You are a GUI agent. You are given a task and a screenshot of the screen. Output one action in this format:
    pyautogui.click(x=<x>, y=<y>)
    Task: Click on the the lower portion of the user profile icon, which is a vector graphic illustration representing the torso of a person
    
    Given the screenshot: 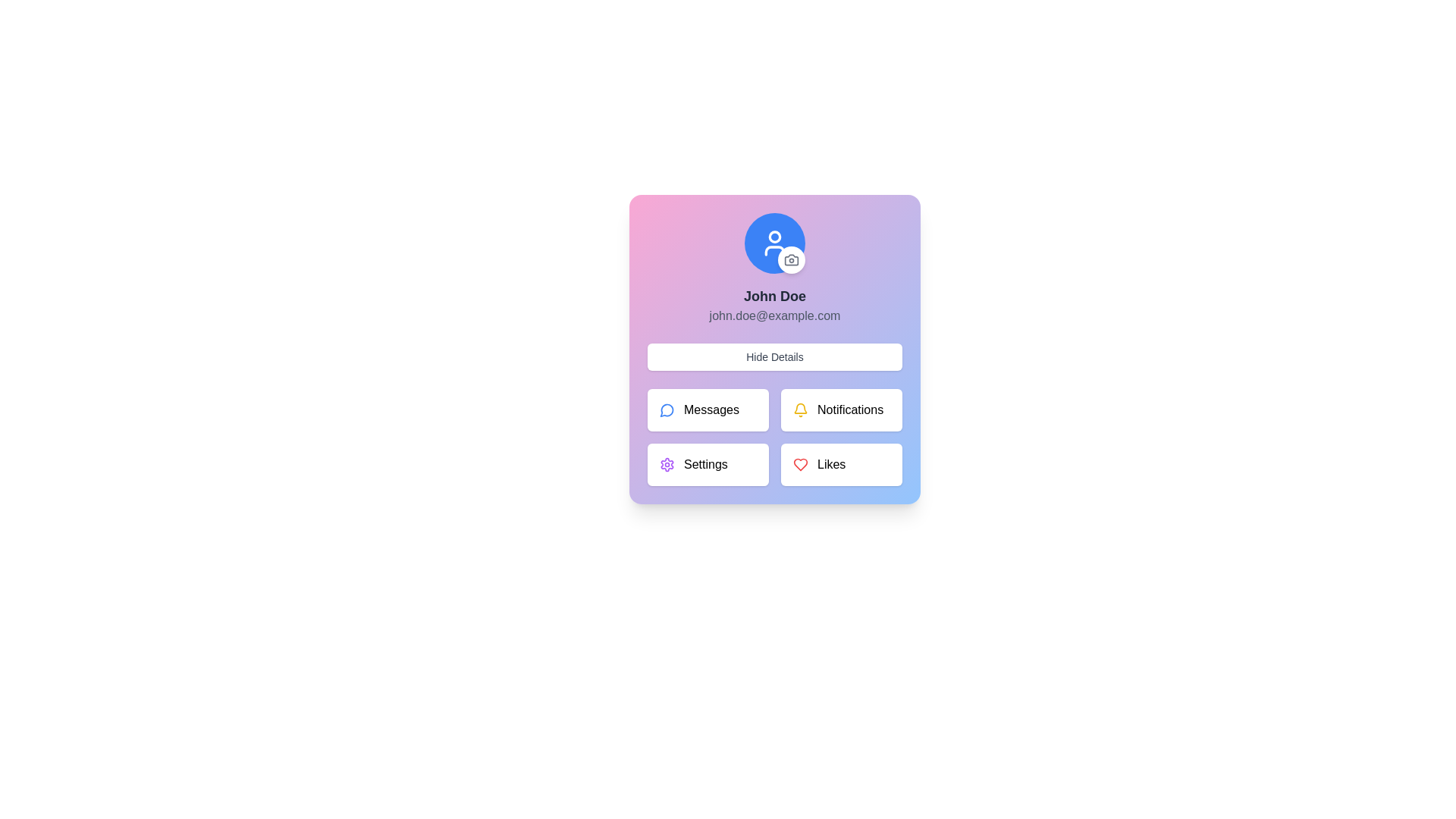 What is the action you would take?
    pyautogui.click(x=775, y=250)
    